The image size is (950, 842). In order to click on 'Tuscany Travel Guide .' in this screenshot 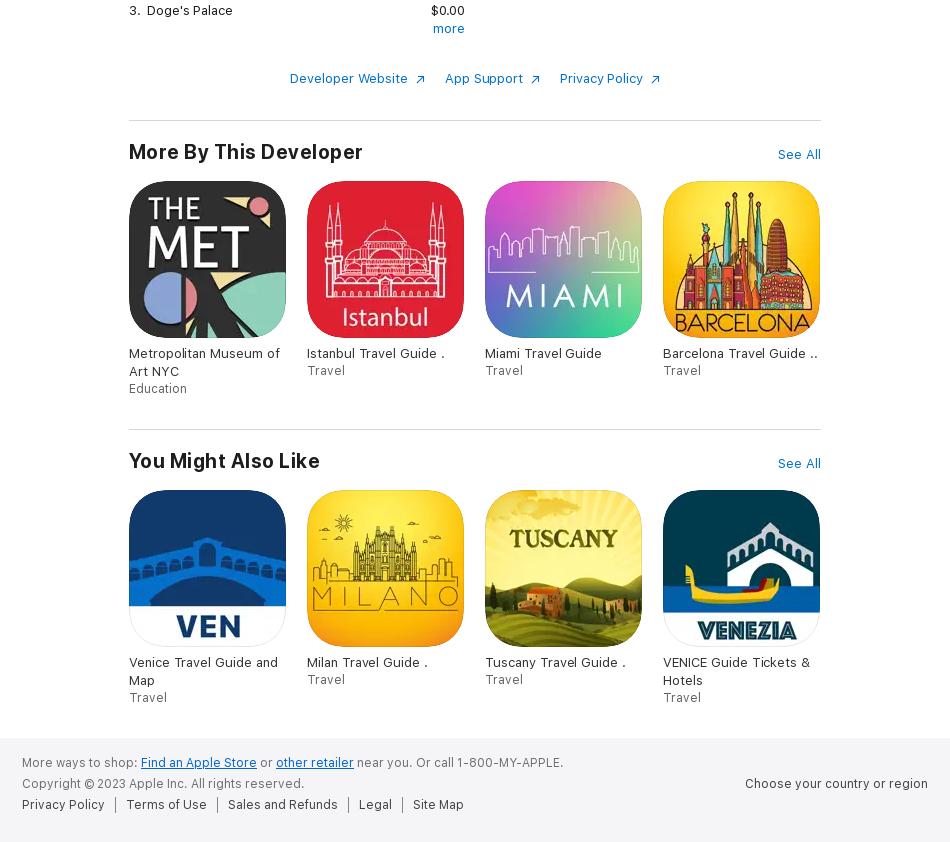, I will do `click(484, 661)`.